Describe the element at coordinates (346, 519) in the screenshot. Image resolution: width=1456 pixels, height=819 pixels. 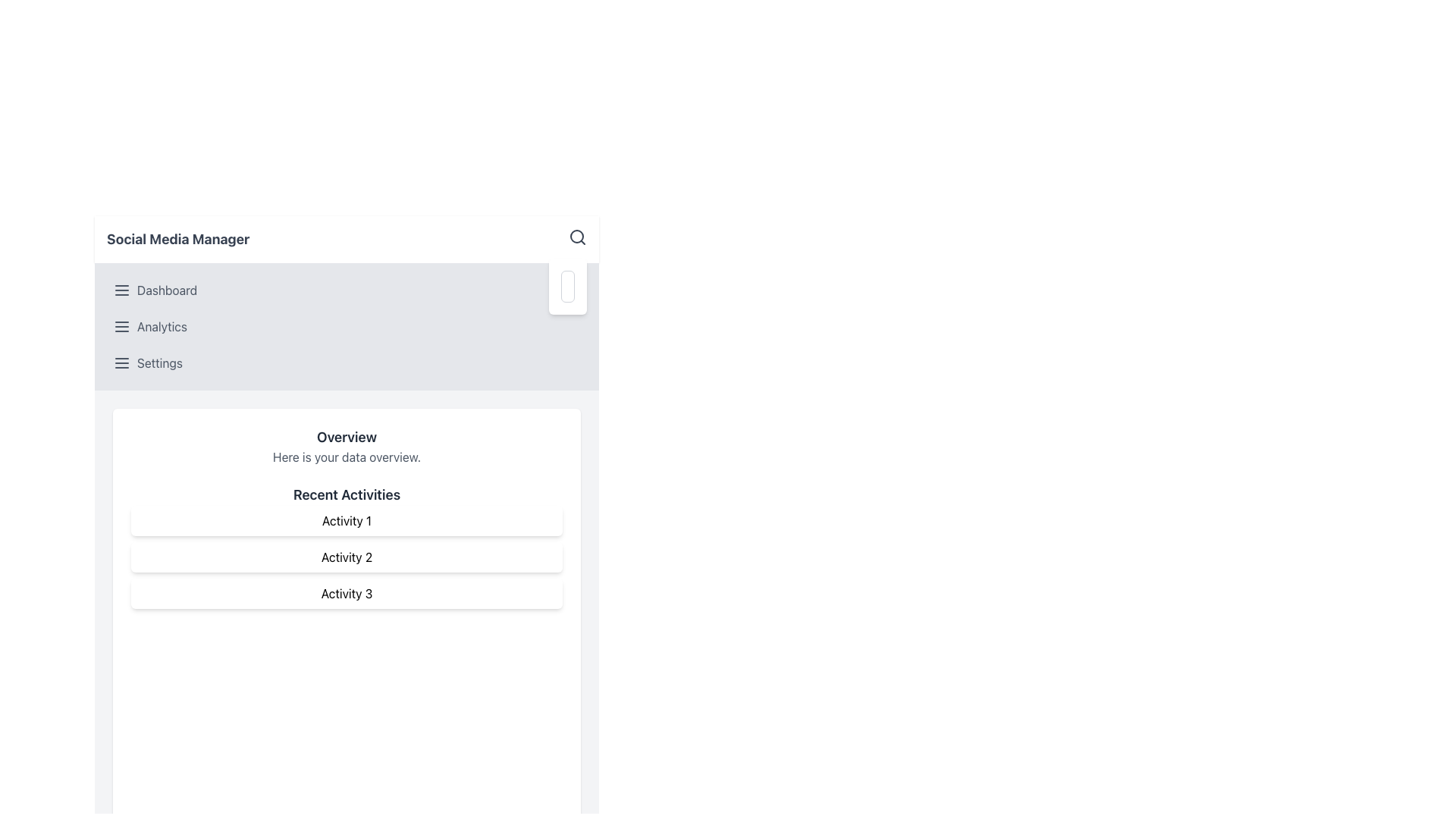
I see `the 'Activity 1' Text Label element, which is a box-shaped component with rounded corners, located in the 'Recent Activities' section` at that location.